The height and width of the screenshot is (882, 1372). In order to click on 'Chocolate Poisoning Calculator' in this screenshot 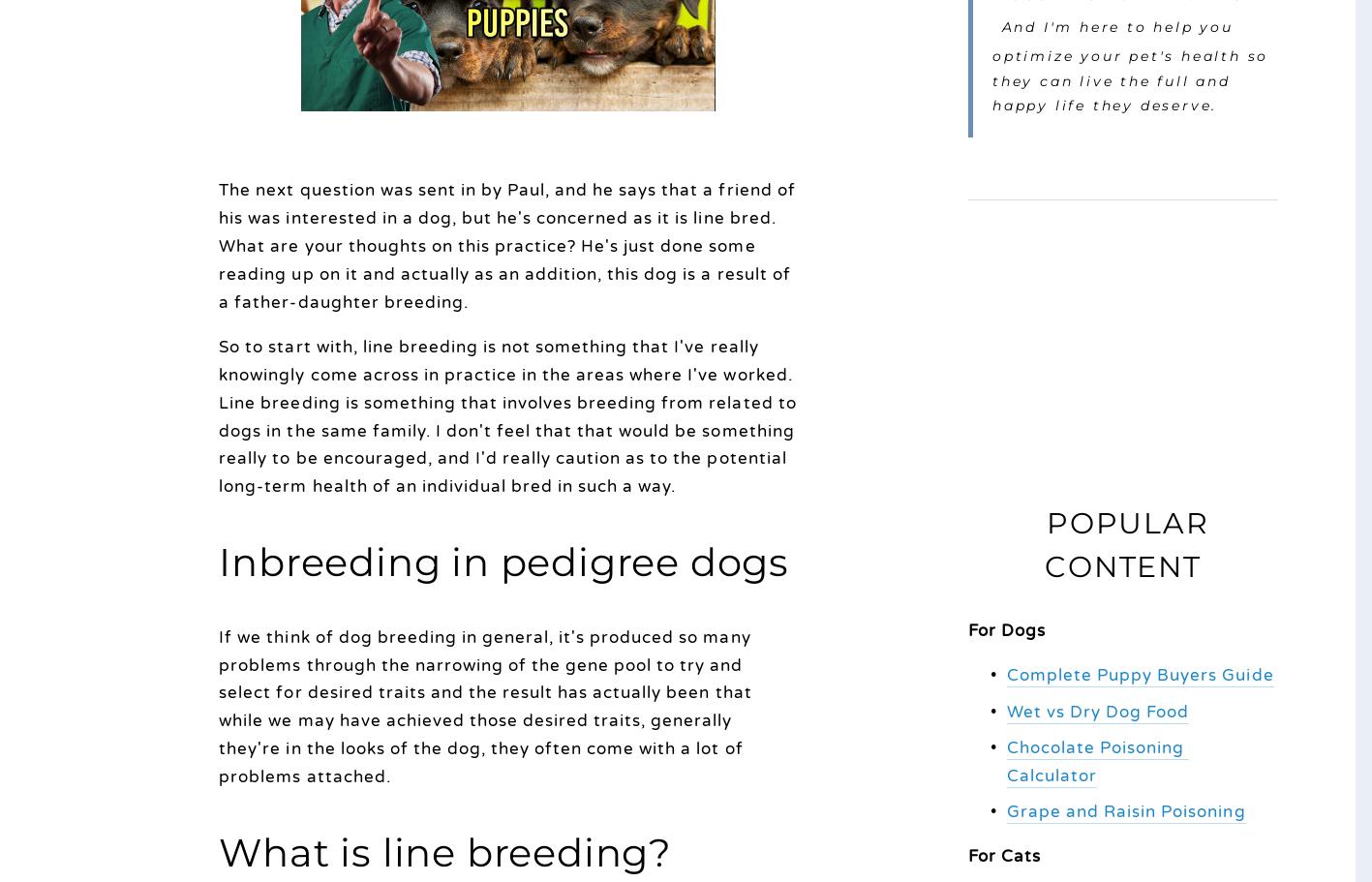, I will do `click(1097, 761)`.